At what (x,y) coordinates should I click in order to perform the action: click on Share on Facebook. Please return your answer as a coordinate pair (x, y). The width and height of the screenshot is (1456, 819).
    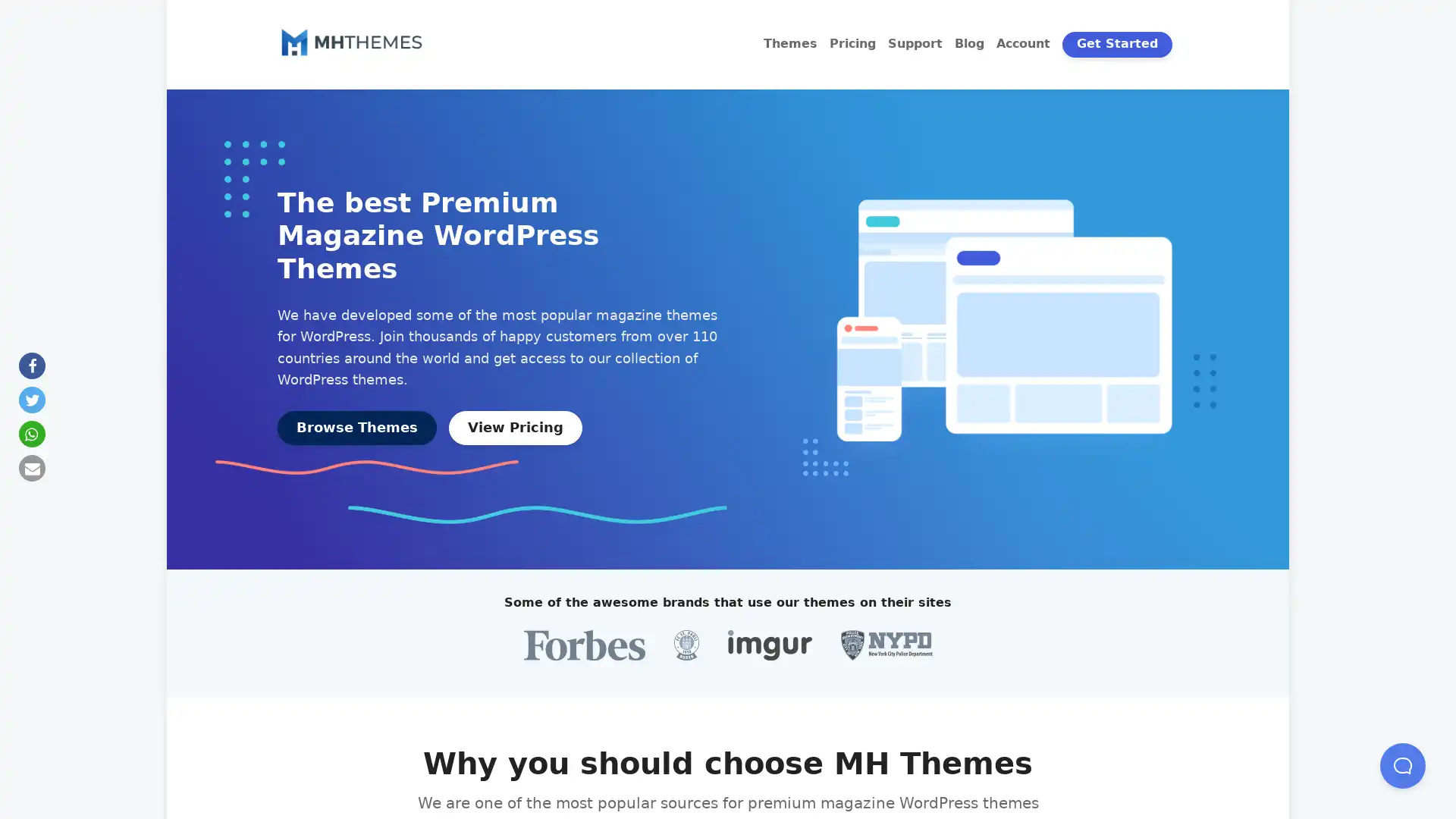
    Looking at the image, I should click on (32, 366).